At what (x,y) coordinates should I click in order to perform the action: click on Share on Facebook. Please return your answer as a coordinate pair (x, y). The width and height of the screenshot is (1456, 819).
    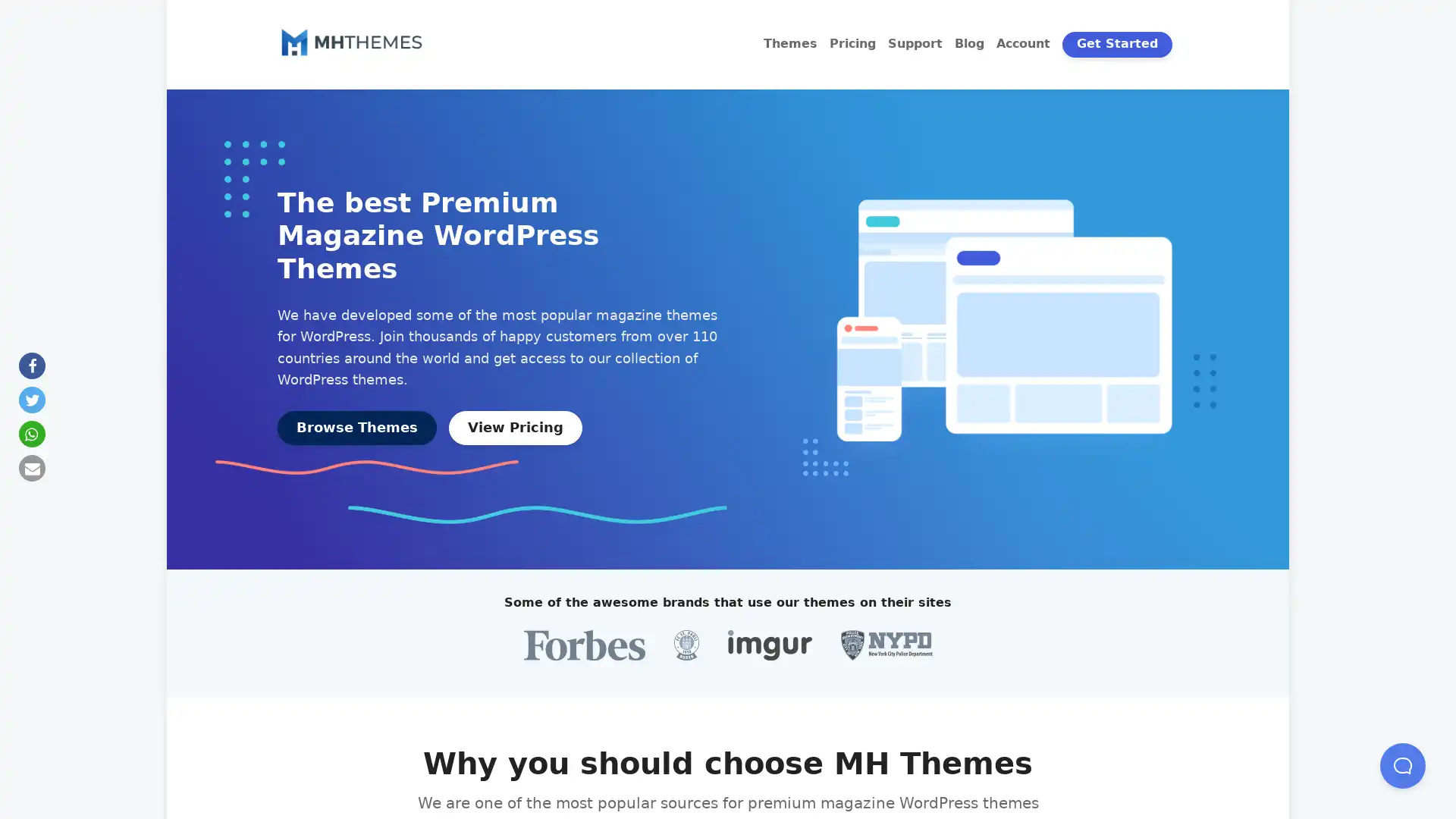
    Looking at the image, I should click on (32, 366).